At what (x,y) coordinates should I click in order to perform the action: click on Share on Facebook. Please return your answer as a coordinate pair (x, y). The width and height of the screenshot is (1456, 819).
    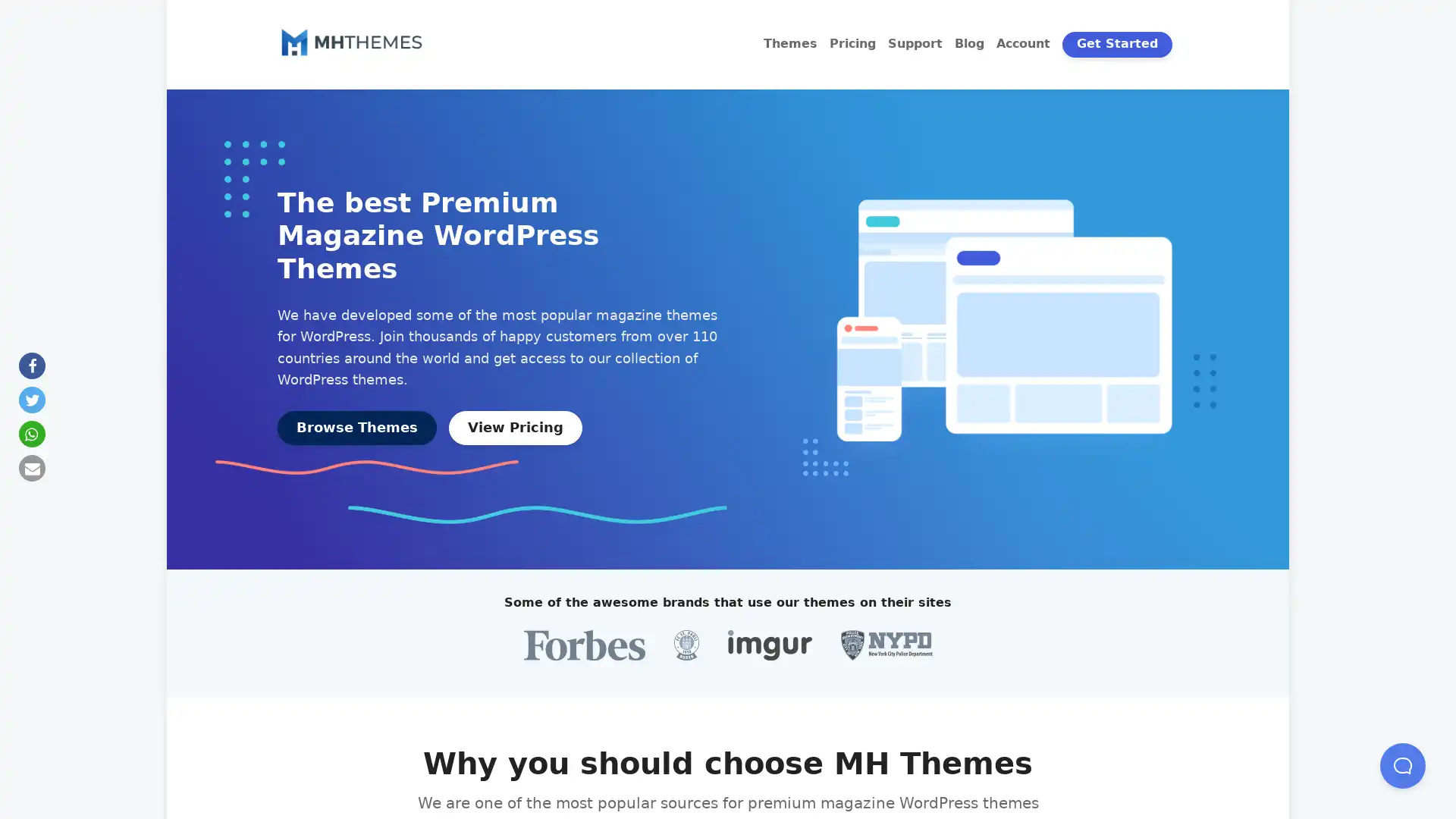
    Looking at the image, I should click on (32, 366).